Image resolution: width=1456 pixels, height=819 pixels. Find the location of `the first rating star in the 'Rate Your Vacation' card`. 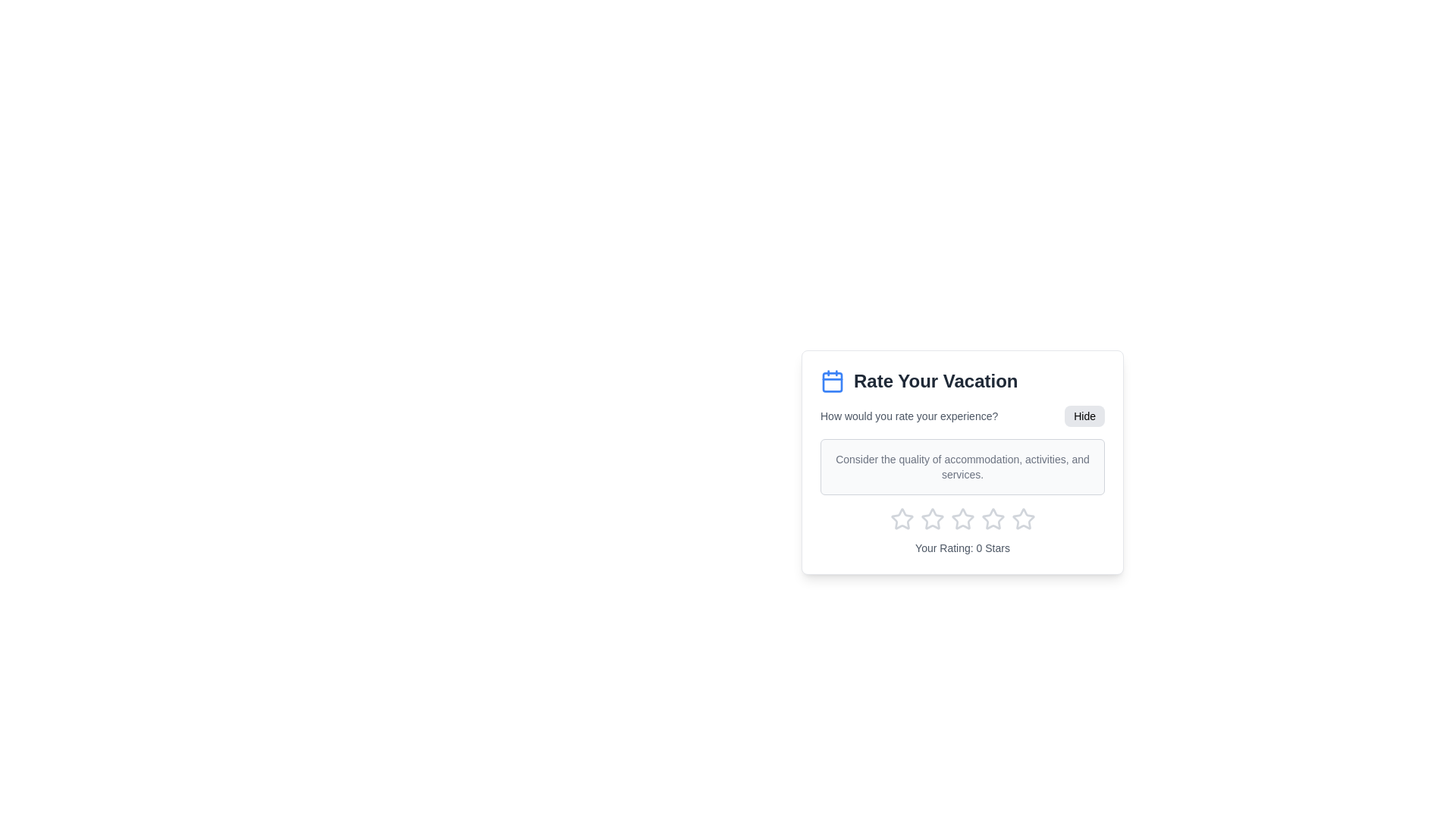

the first rating star in the 'Rate Your Vacation' card is located at coordinates (931, 518).